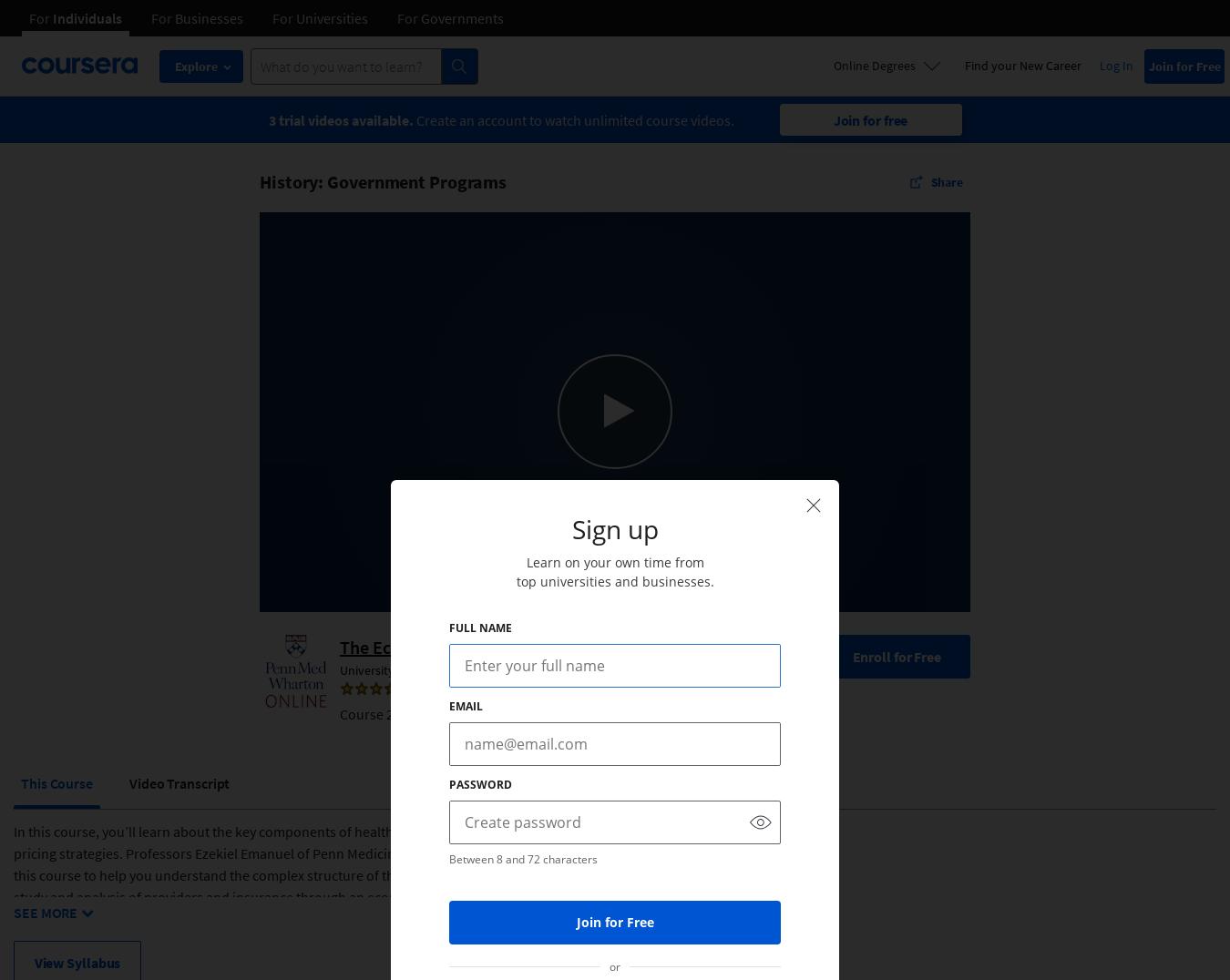  Describe the element at coordinates (614, 921) in the screenshot. I see `'Join for Free'` at that location.